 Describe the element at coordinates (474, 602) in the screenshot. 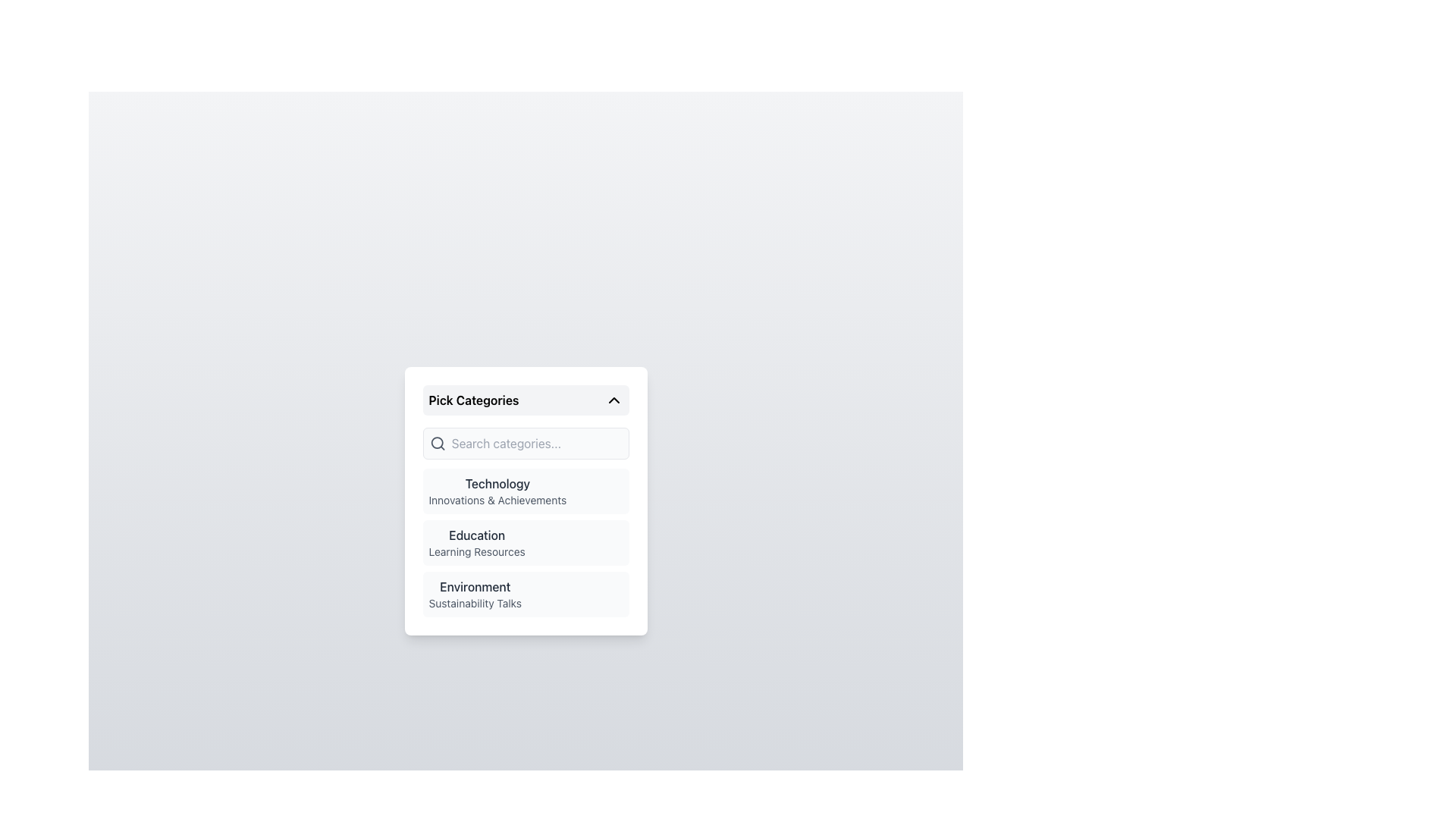

I see `the text label 'Sustainability Talks' which is styled with a smaller gray font and located in the bottom-right quadrant of the 'Environment' category section` at that location.